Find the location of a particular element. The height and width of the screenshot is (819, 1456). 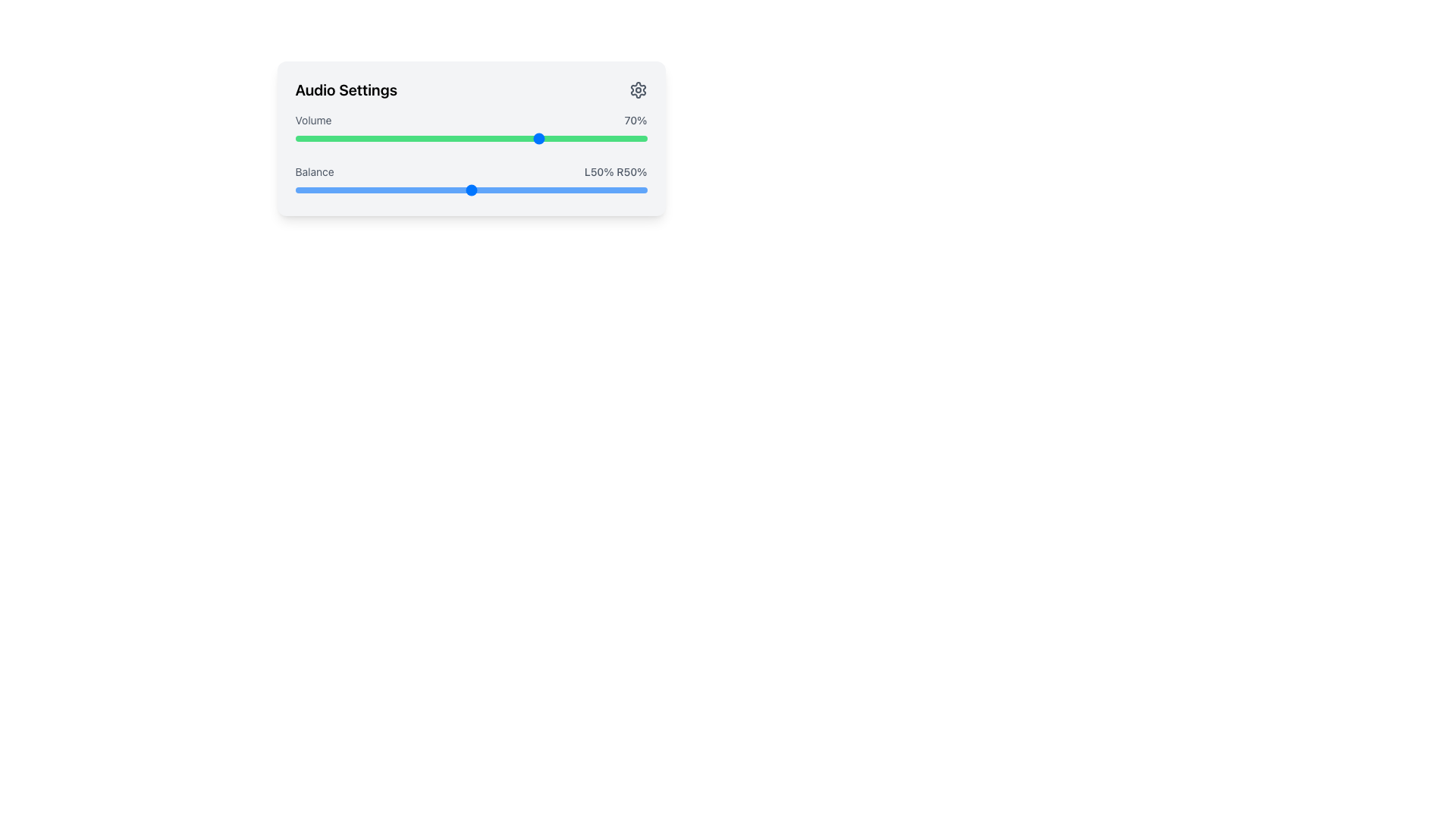

the gear icon button located in the top-right corner of the 'Audio Settings' card, adjacent to the 'Volume' and 'Balance' controls is located at coordinates (638, 90).